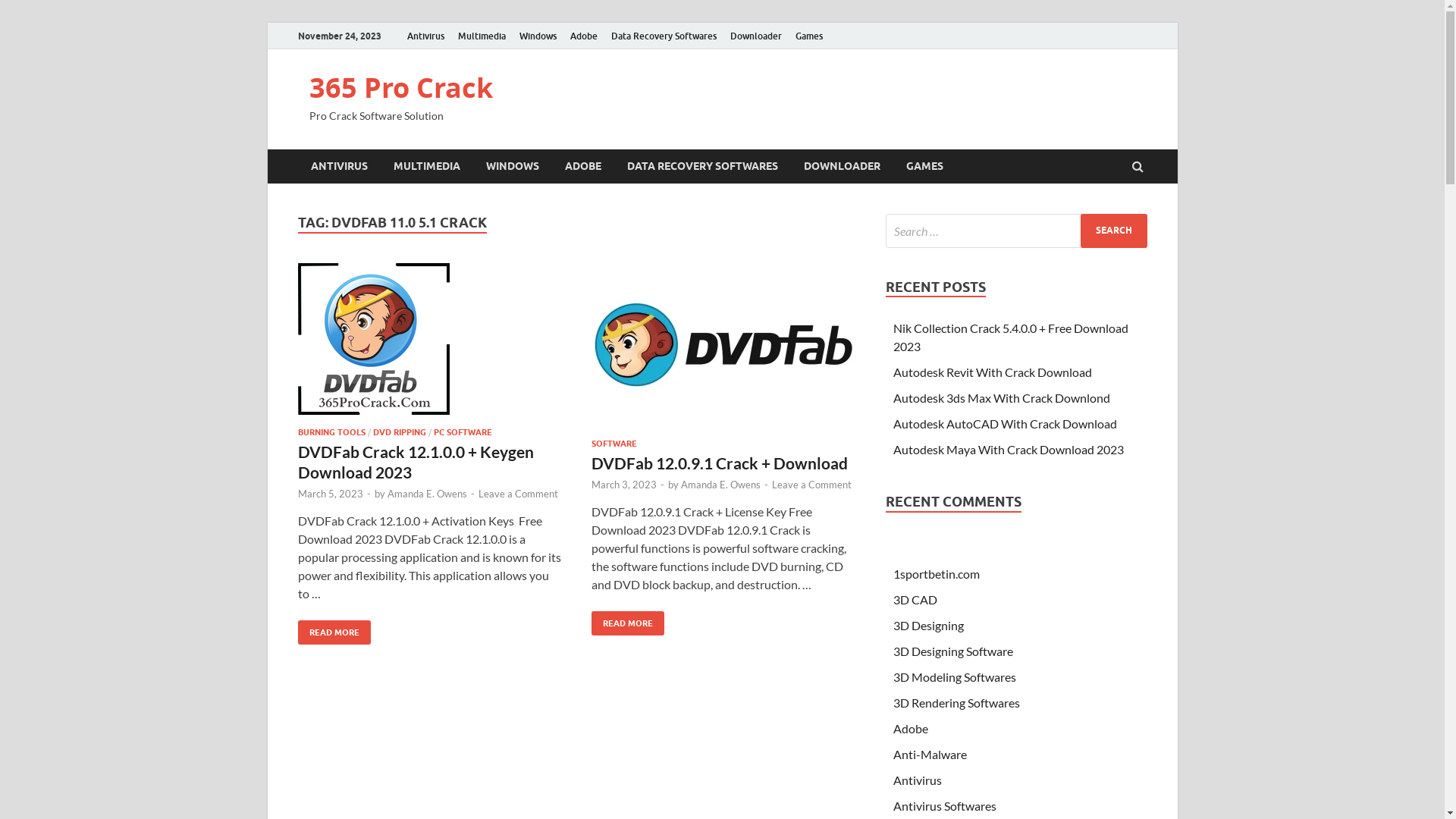 This screenshot has width=1456, height=819. Describe the element at coordinates (297, 432) in the screenshot. I see `'BURNING TOOLS'` at that location.